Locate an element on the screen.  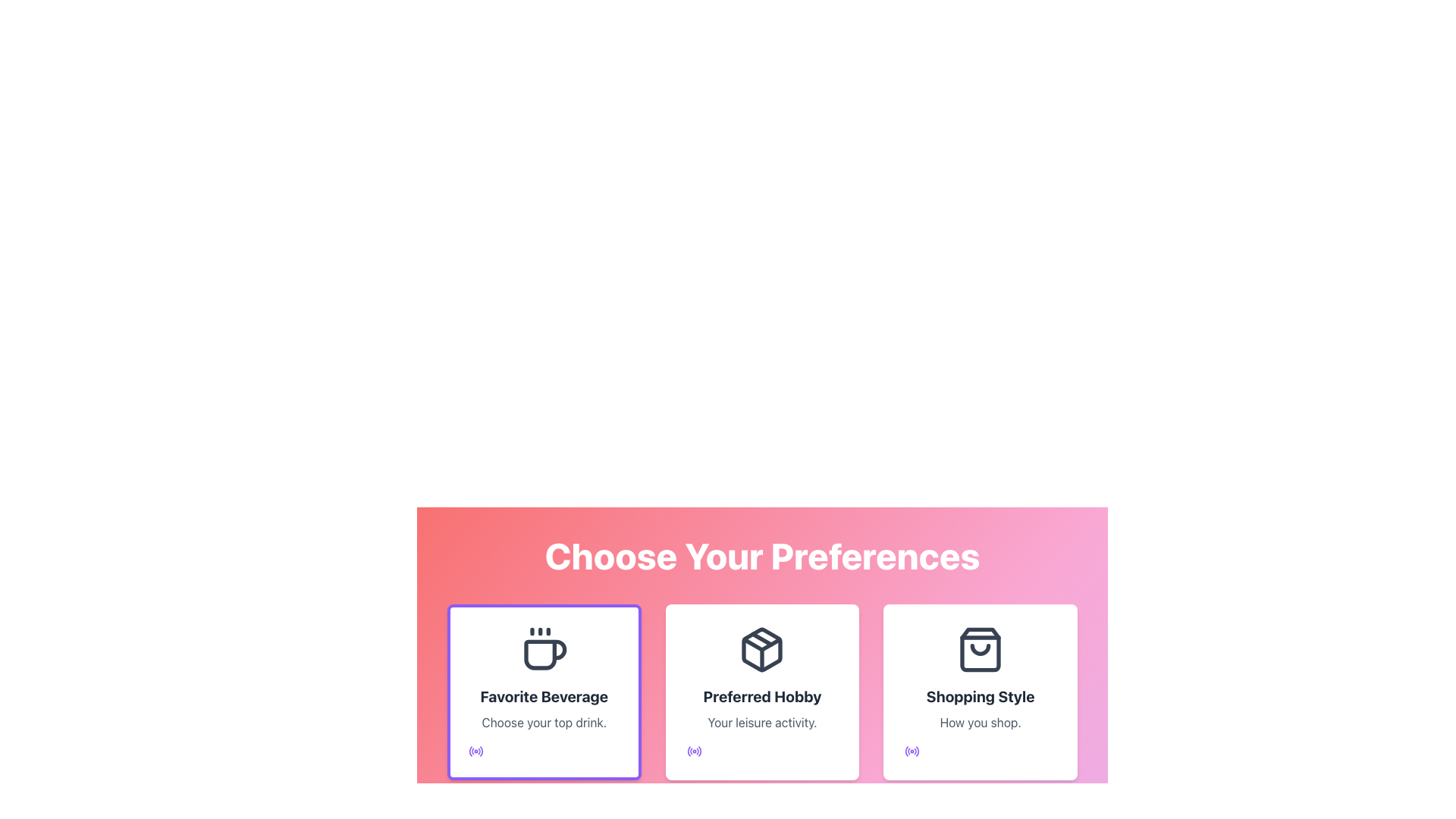
text element that says 'Your leisure activity.' located below the 'Preferred Hobby.' text within the card layout is located at coordinates (762, 721).